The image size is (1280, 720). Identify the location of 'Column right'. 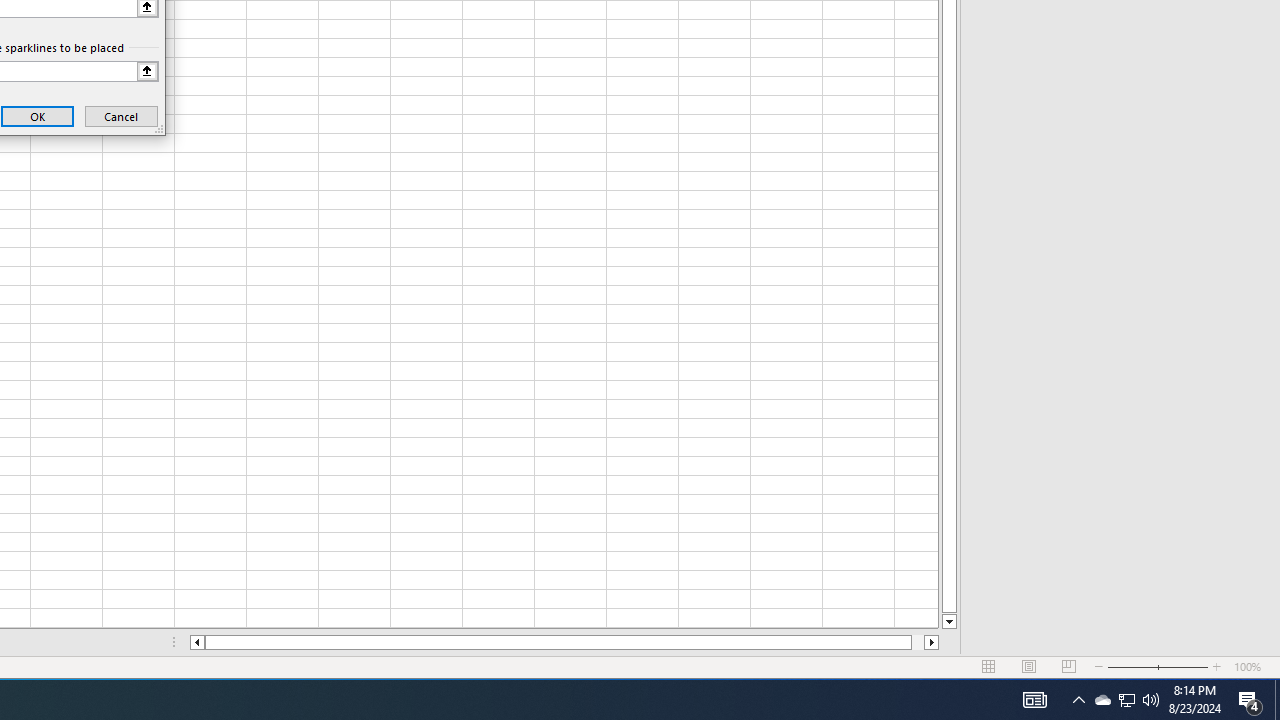
(931, 642).